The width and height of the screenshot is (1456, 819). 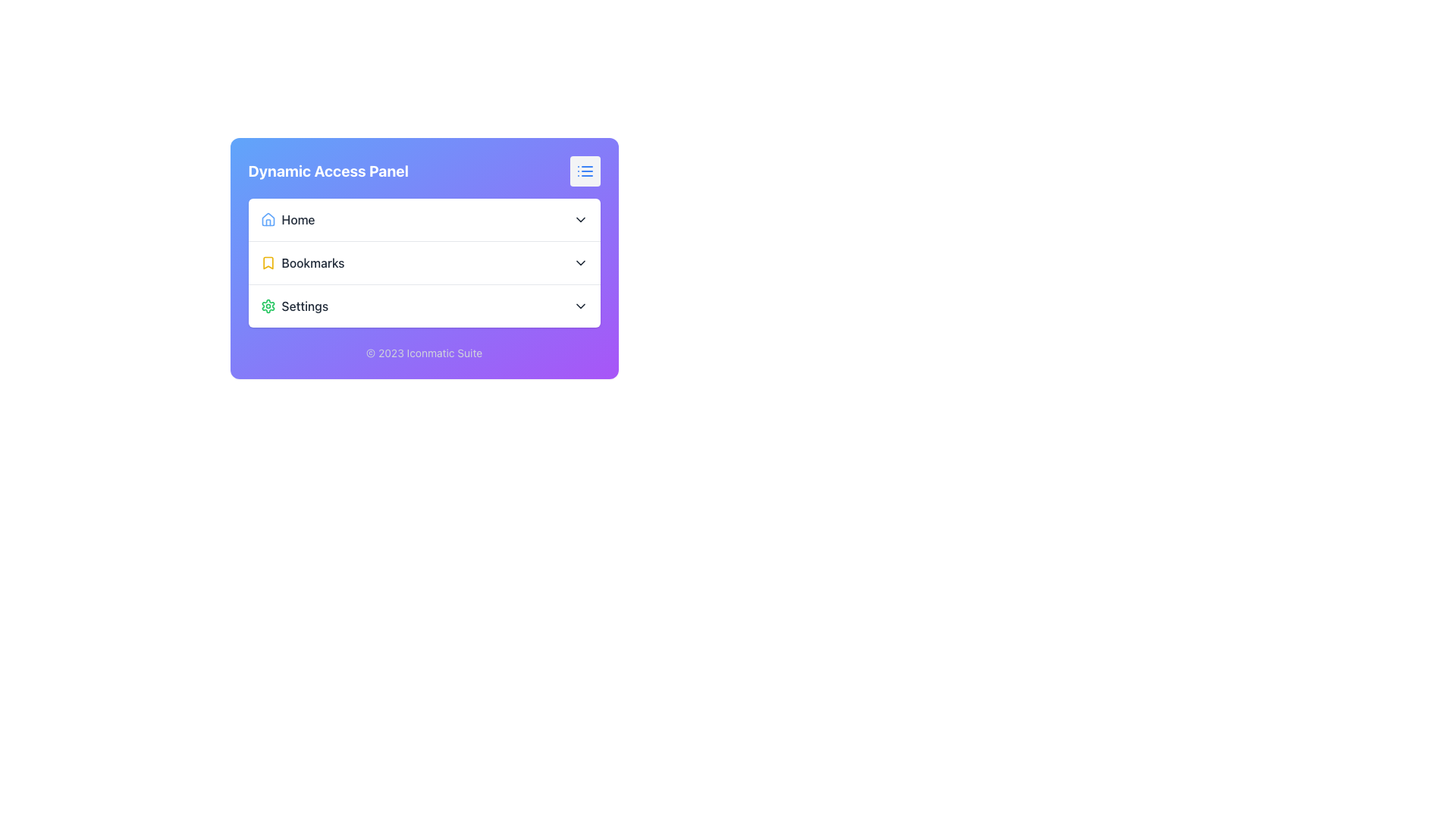 What do you see at coordinates (294, 306) in the screenshot?
I see `the third clickable menu item labeled 'Settings' with a green gear icon` at bounding box center [294, 306].